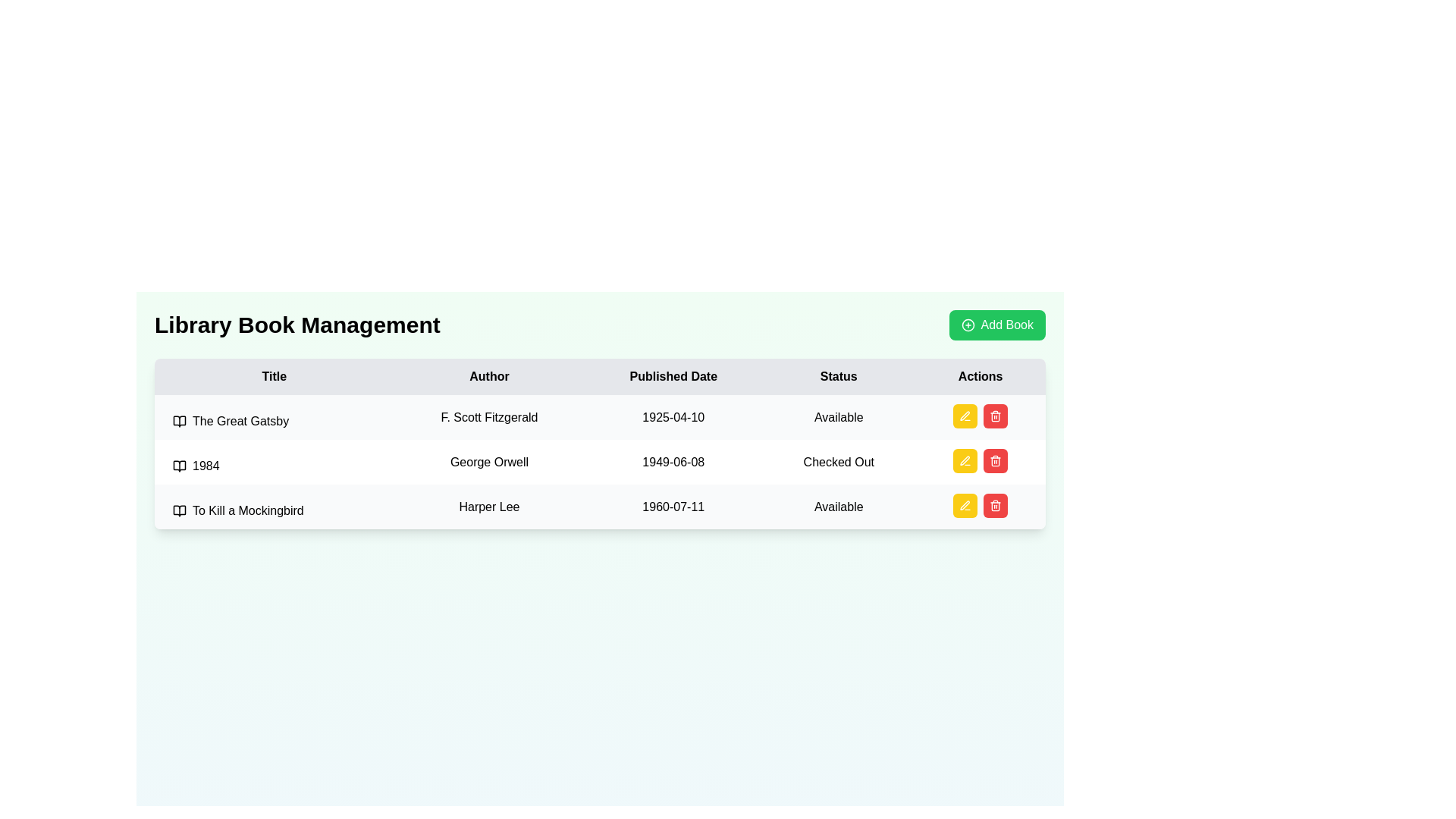 This screenshot has height=819, width=1456. What do you see at coordinates (981, 376) in the screenshot?
I see `the header cell of the table column labeled 'Actions', which is the fifth cell in the header row, located at the top-right corner of the table, with a light gray background and bold text` at bounding box center [981, 376].